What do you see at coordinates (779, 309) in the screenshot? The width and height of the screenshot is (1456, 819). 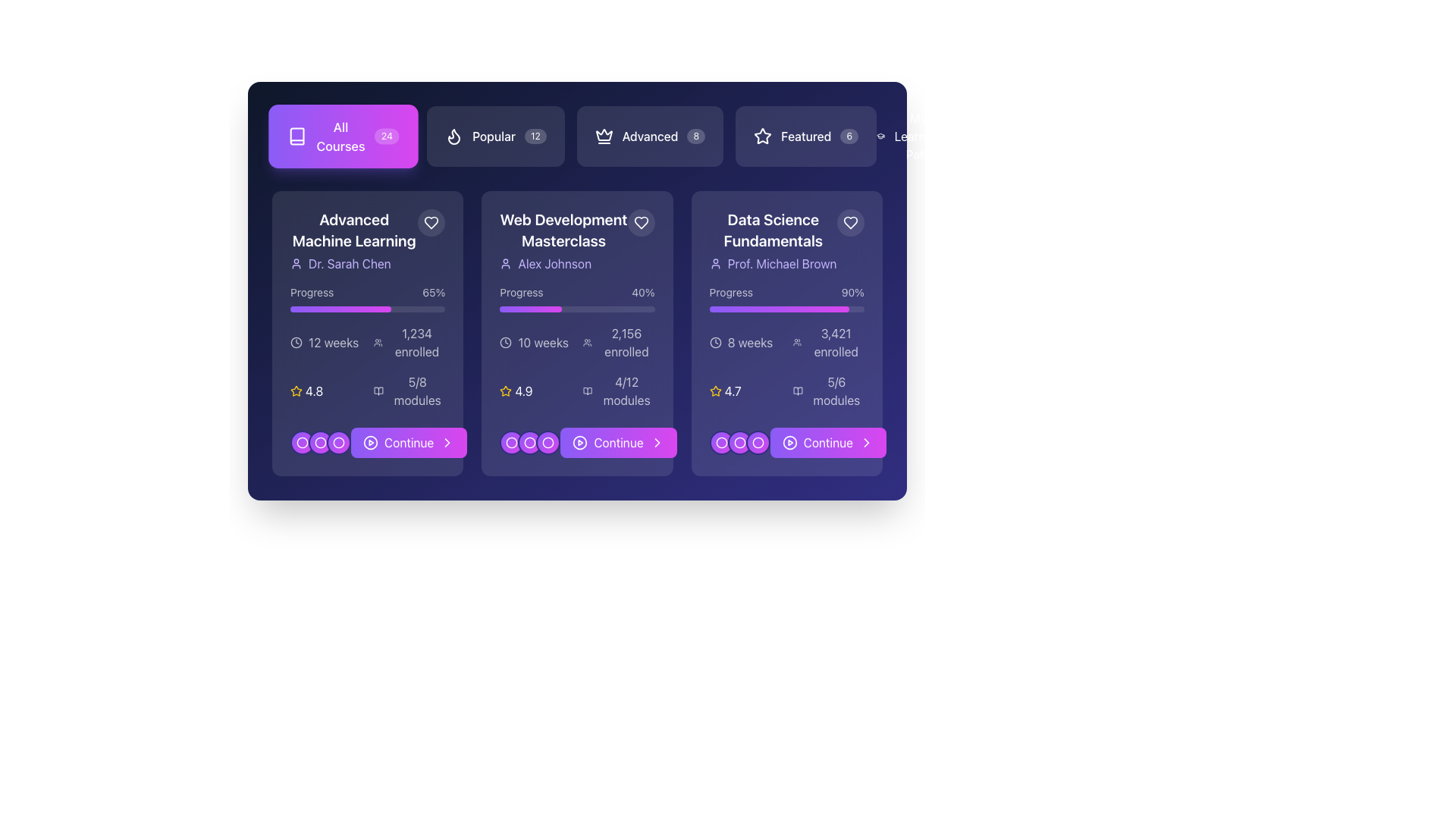 I see `the visual representation of the Progress bar located in the 'Progress' subsection of the 'Data Science Fundamentals' card, which features a vibrant gradient fill transitioning from violet to fuchsia` at bounding box center [779, 309].